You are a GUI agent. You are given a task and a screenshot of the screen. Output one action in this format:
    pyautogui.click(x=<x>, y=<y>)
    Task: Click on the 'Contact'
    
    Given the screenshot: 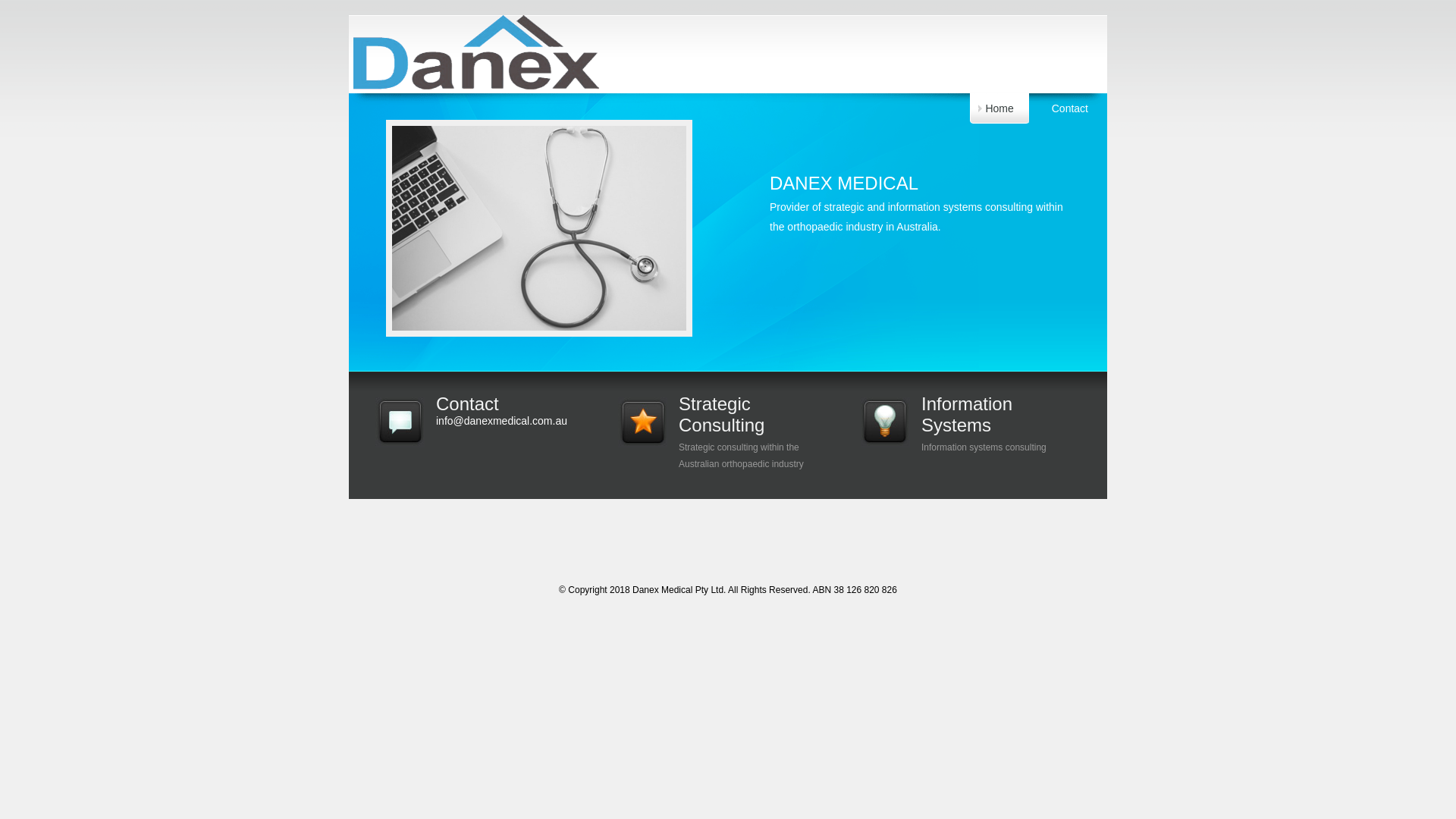 What is the action you would take?
    pyautogui.click(x=1069, y=107)
    